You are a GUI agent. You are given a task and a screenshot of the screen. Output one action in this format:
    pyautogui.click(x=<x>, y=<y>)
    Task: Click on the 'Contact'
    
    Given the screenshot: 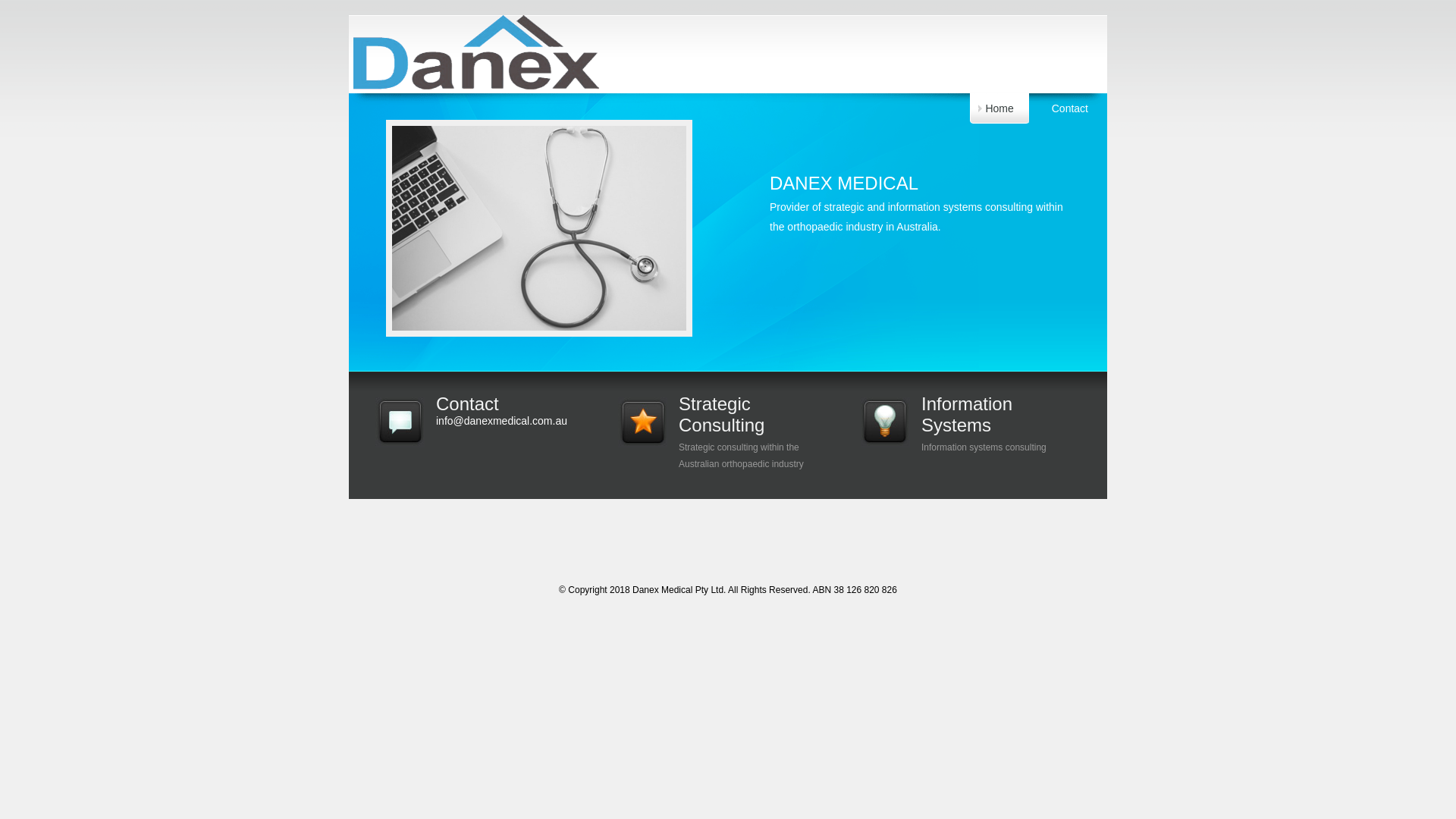 What is the action you would take?
    pyautogui.click(x=1069, y=107)
    